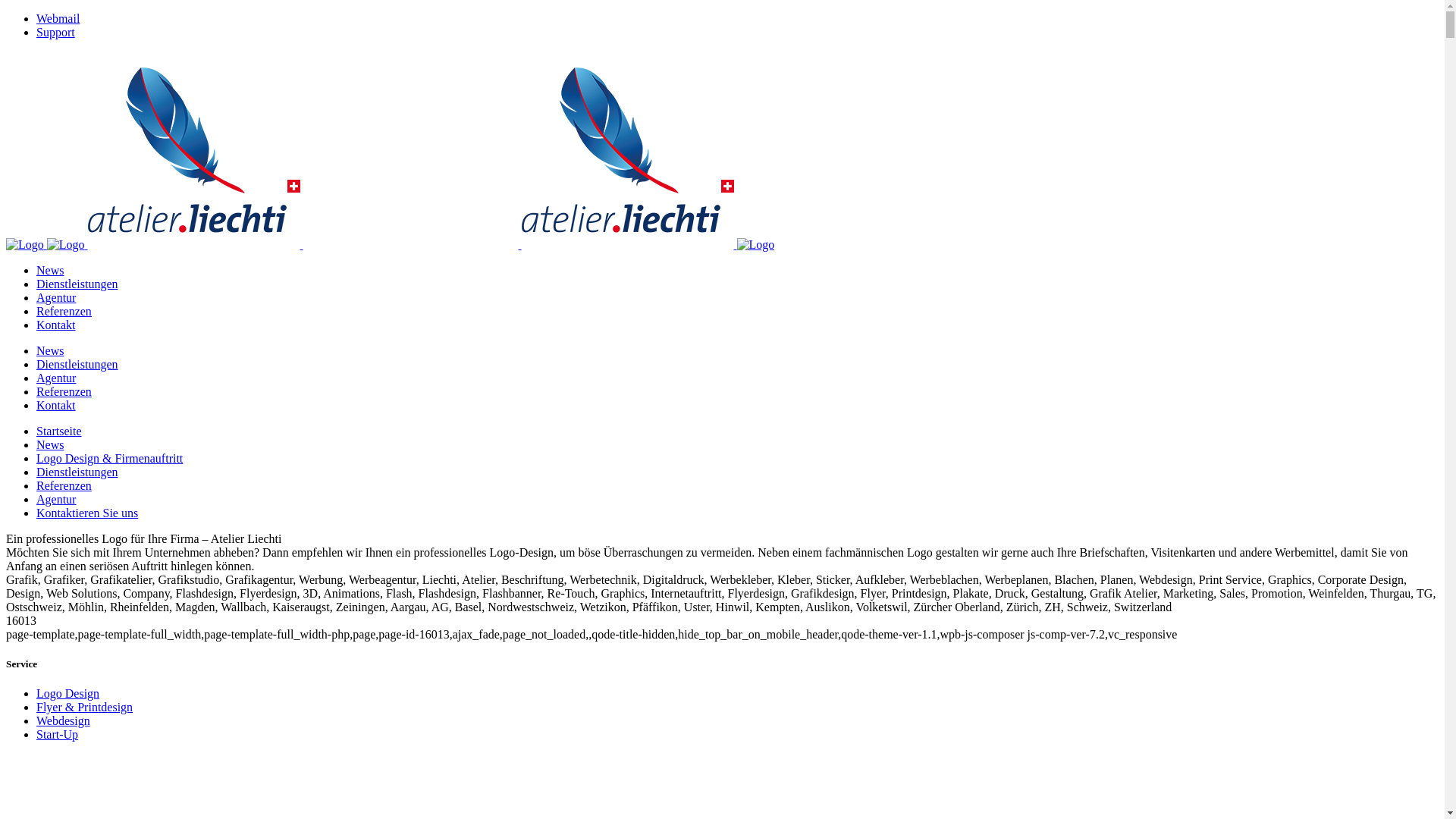  Describe the element at coordinates (58, 18) in the screenshot. I see `'Webmail'` at that location.